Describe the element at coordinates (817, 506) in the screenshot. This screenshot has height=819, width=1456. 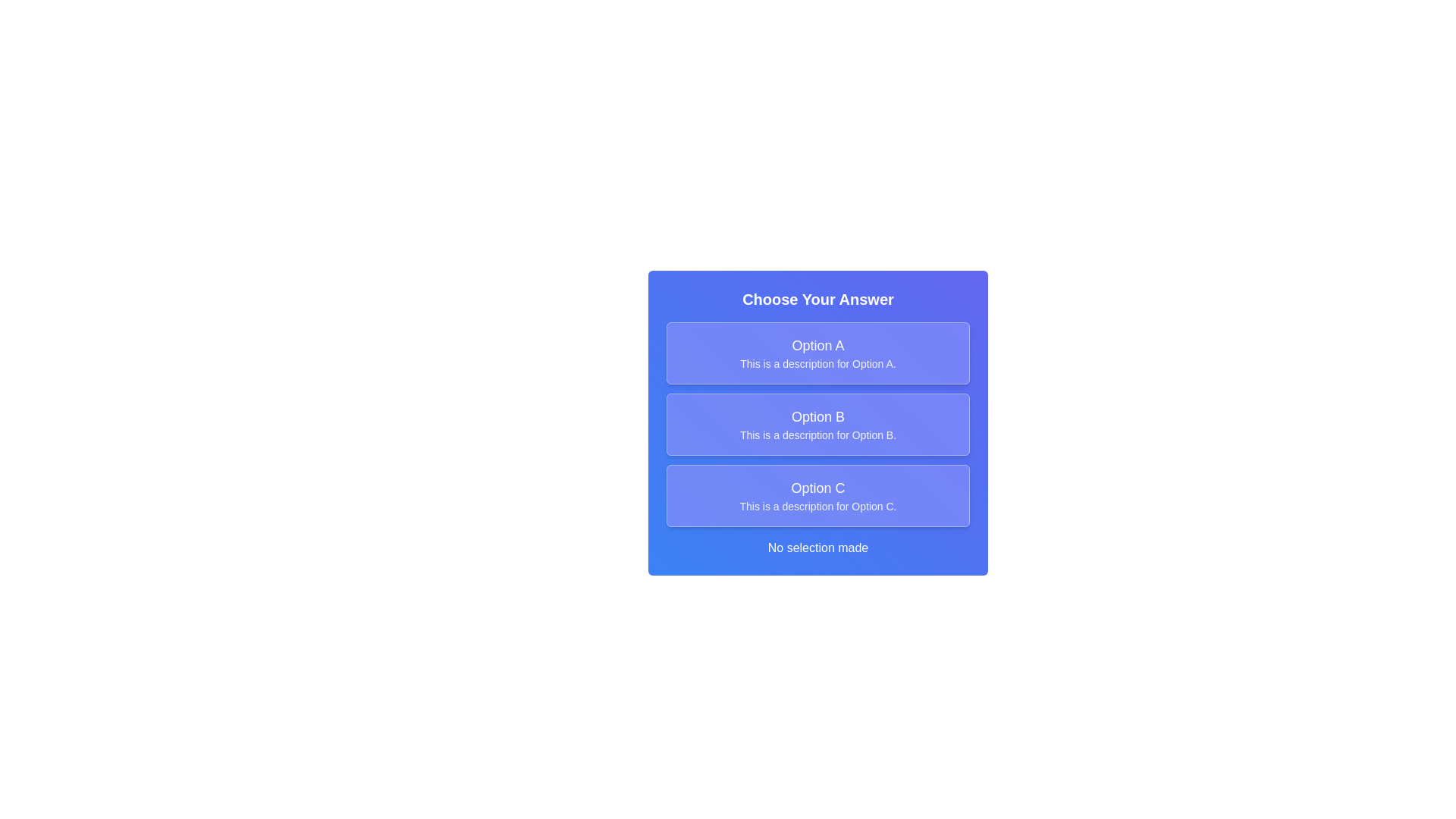
I see `the text label that says 'This is a description for Option C.' located within the blue panel, below the larger 'Option C' text` at that location.